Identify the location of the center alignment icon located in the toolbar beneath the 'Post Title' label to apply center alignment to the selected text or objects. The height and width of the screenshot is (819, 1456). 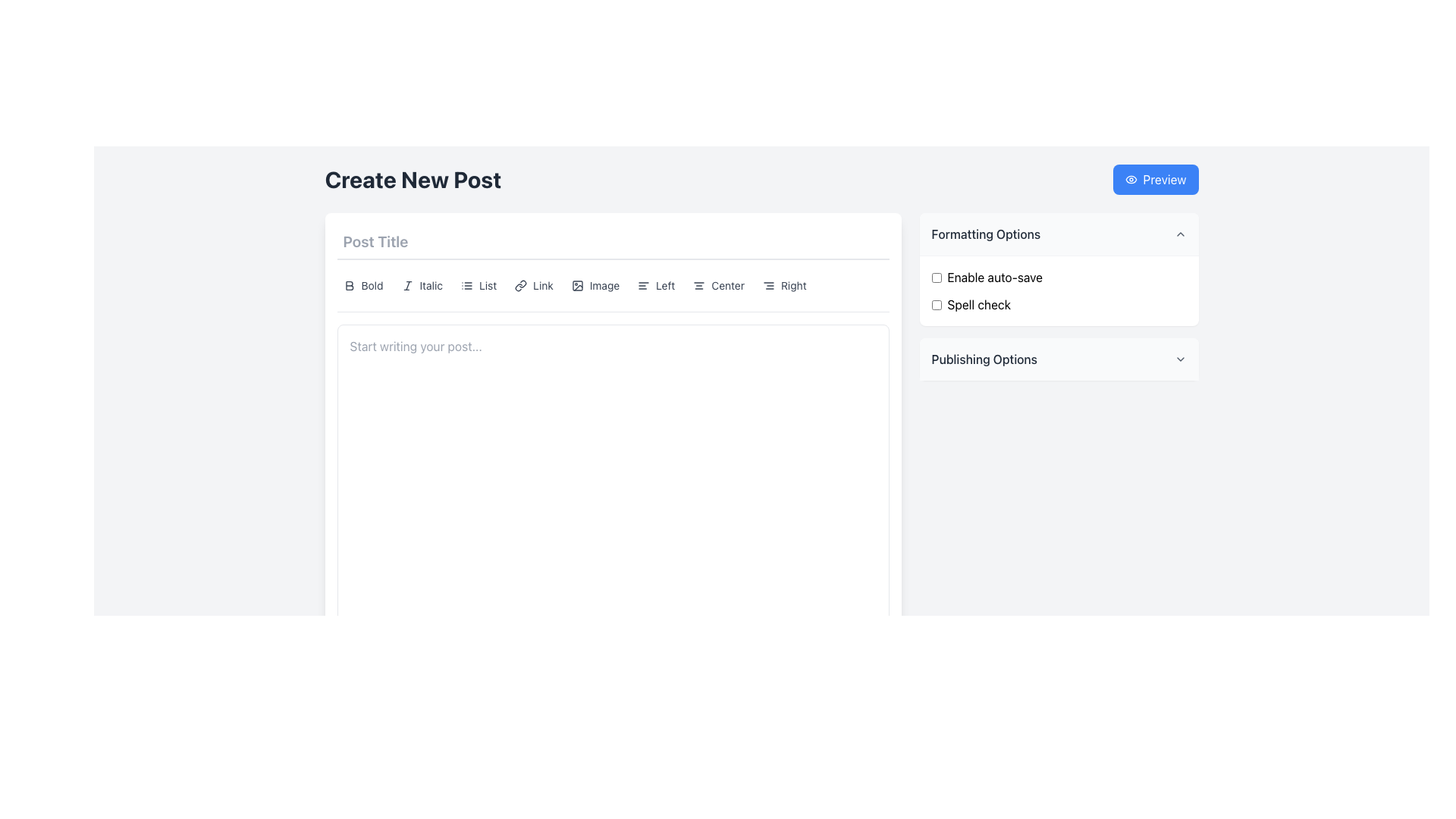
(698, 286).